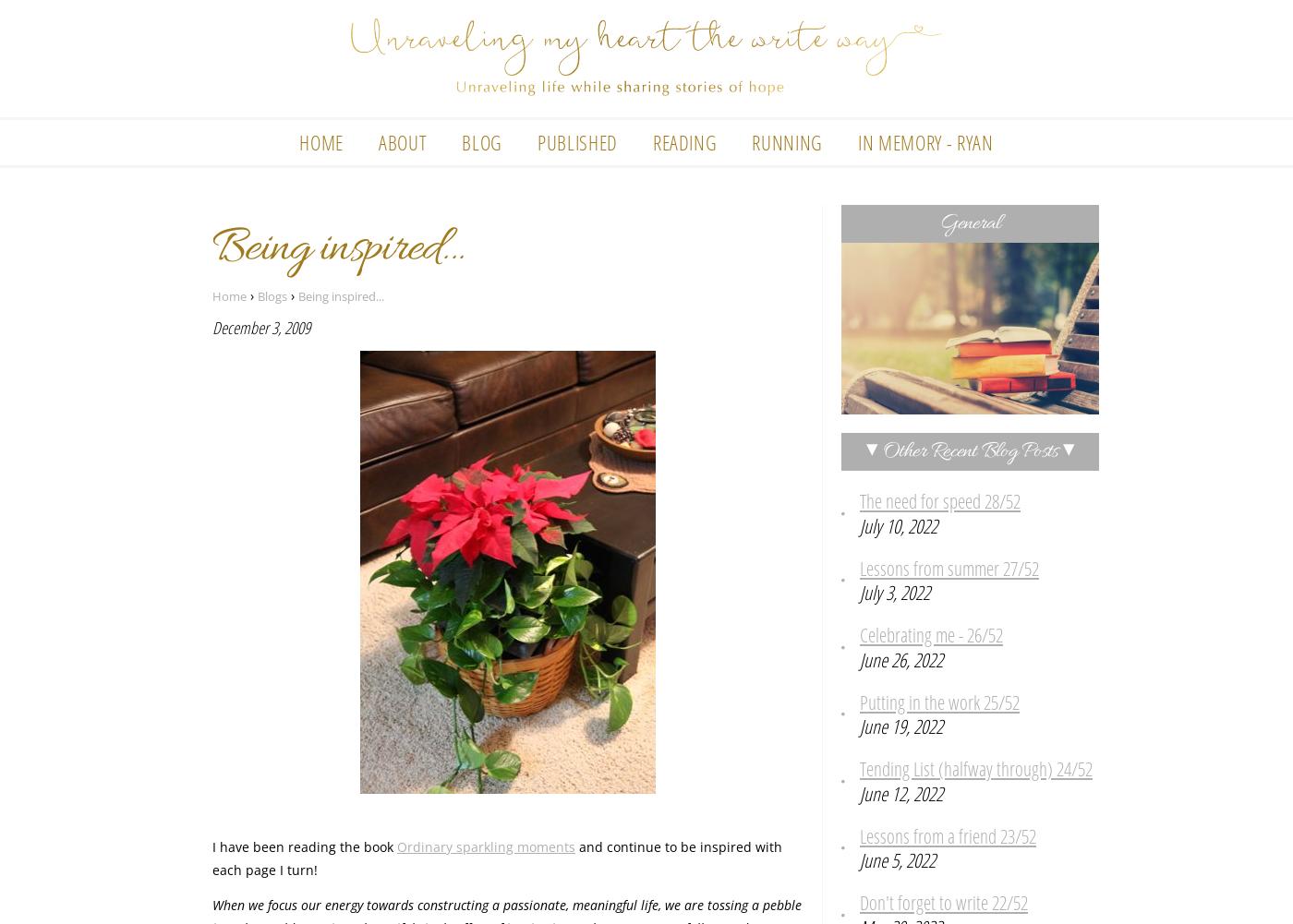  Describe the element at coordinates (948, 835) in the screenshot. I see `'Lessons from a friend 23/52'` at that location.